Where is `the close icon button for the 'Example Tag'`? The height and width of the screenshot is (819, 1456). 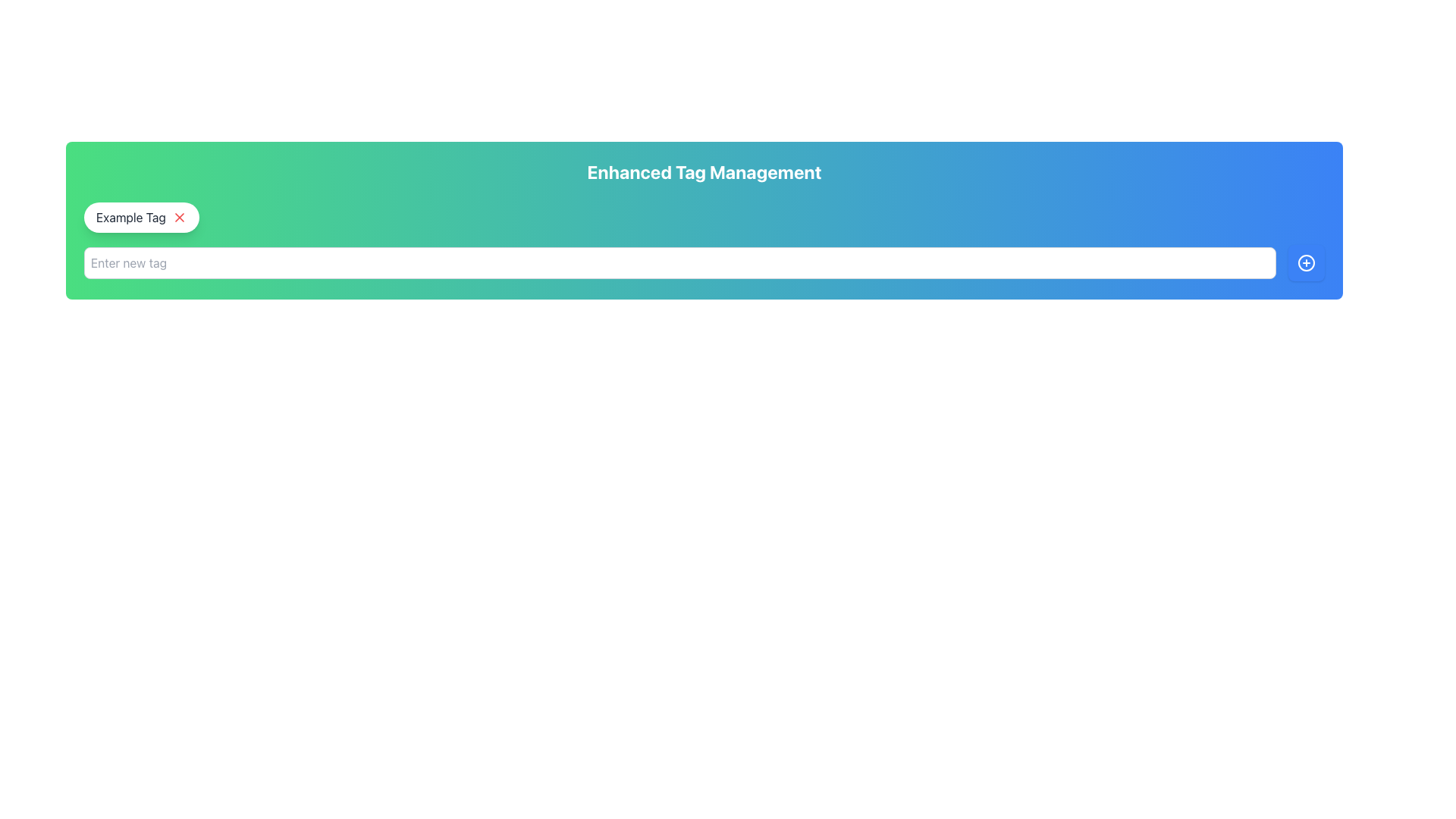
the close icon button for the 'Example Tag' is located at coordinates (179, 217).